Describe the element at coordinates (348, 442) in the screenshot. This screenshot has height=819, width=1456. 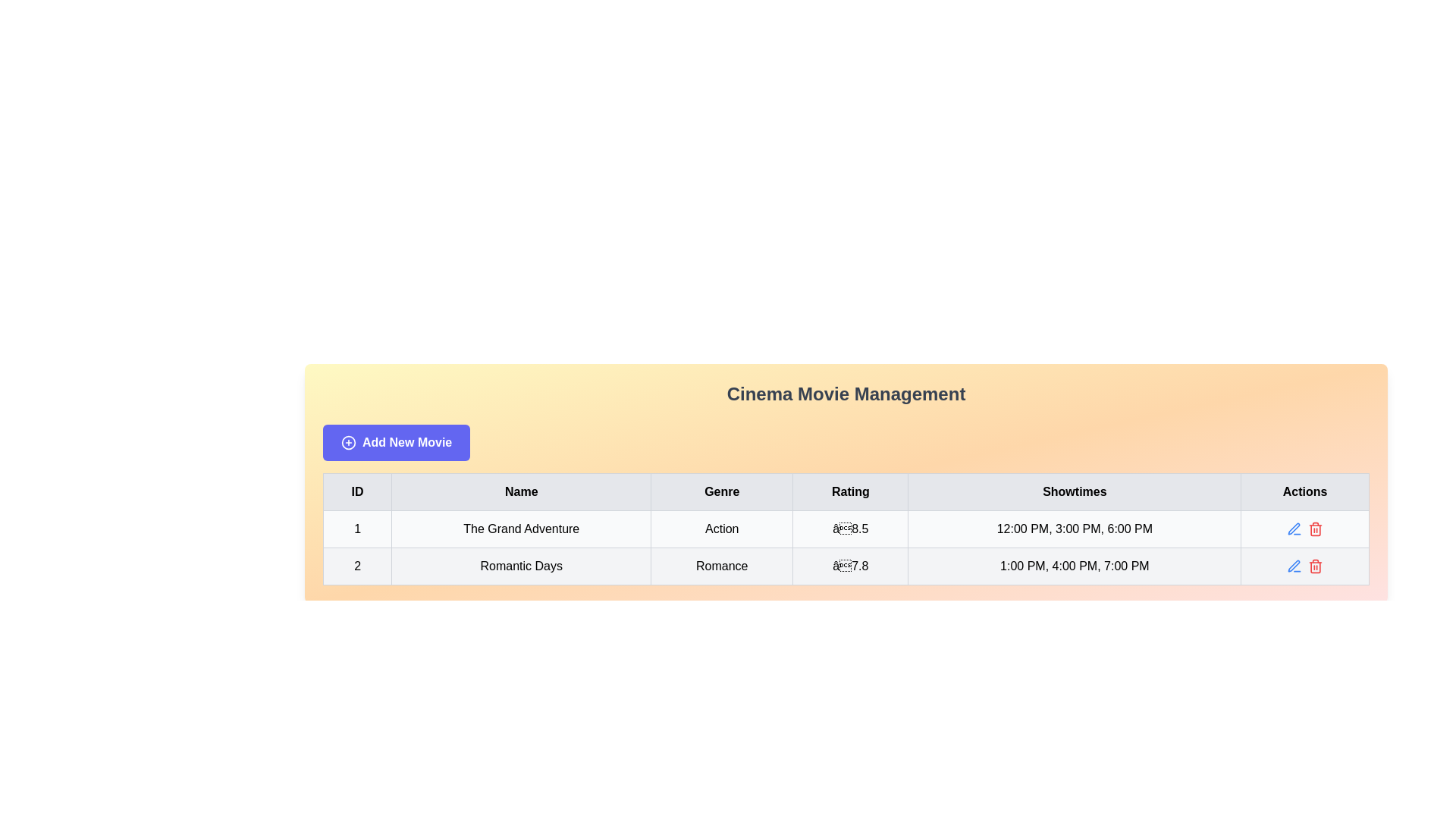
I see `the circular plus icon located to the left of the 'Add New Movie' button` at that location.